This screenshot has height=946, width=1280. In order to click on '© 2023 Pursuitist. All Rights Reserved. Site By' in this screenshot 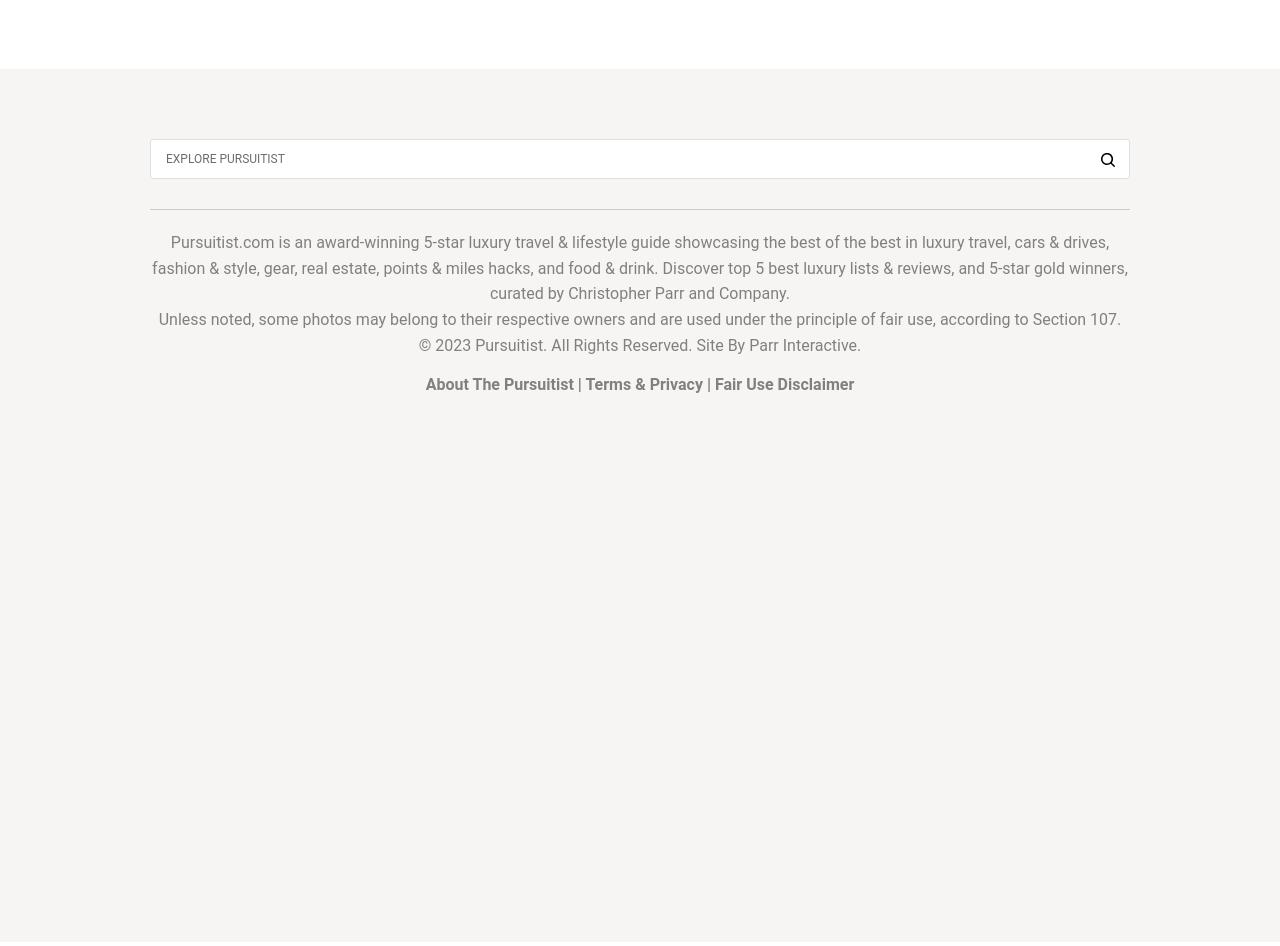, I will do `click(582, 344)`.